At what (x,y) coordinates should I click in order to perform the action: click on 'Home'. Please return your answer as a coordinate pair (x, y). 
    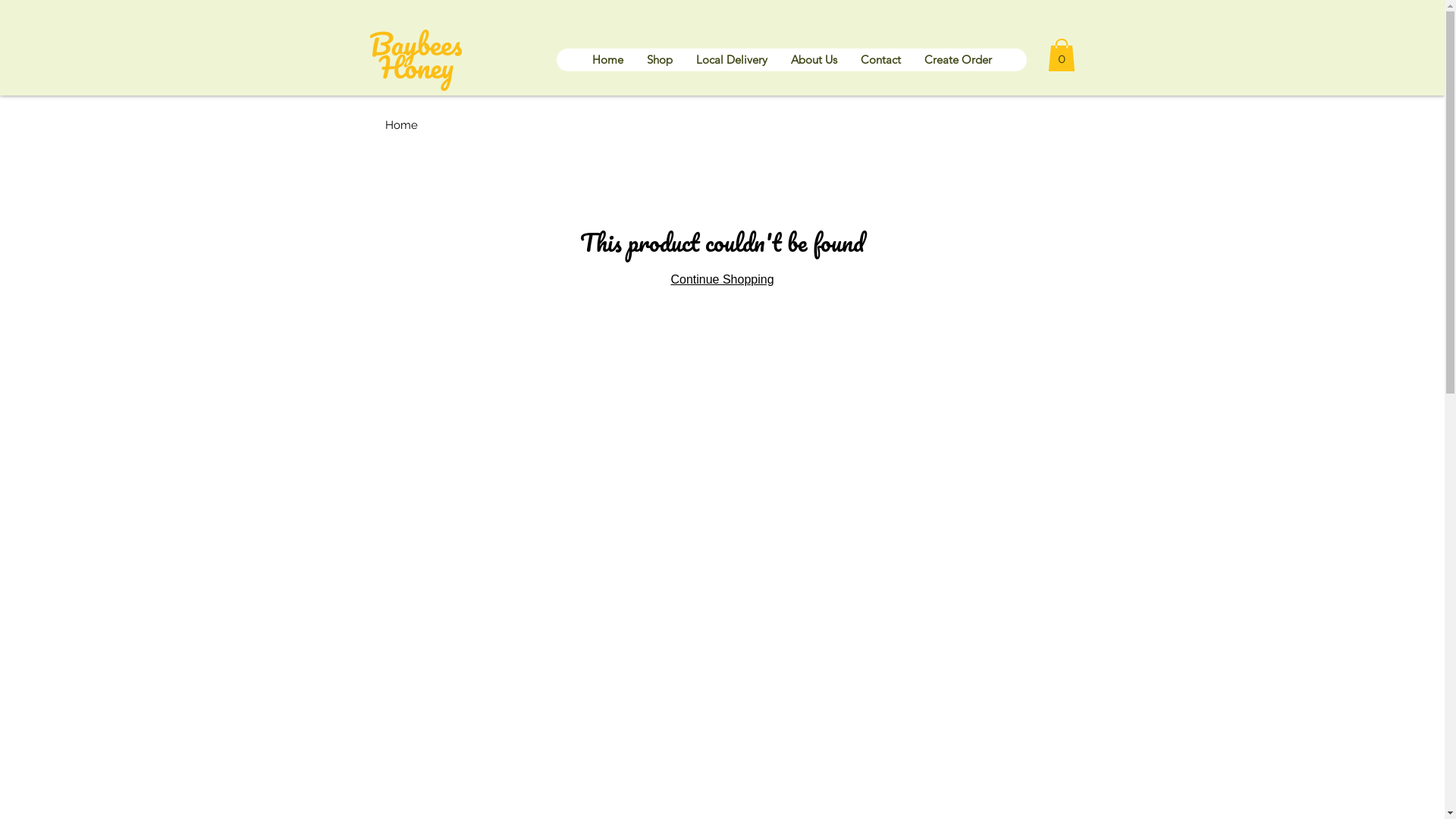
    Looking at the image, I should click on (607, 58).